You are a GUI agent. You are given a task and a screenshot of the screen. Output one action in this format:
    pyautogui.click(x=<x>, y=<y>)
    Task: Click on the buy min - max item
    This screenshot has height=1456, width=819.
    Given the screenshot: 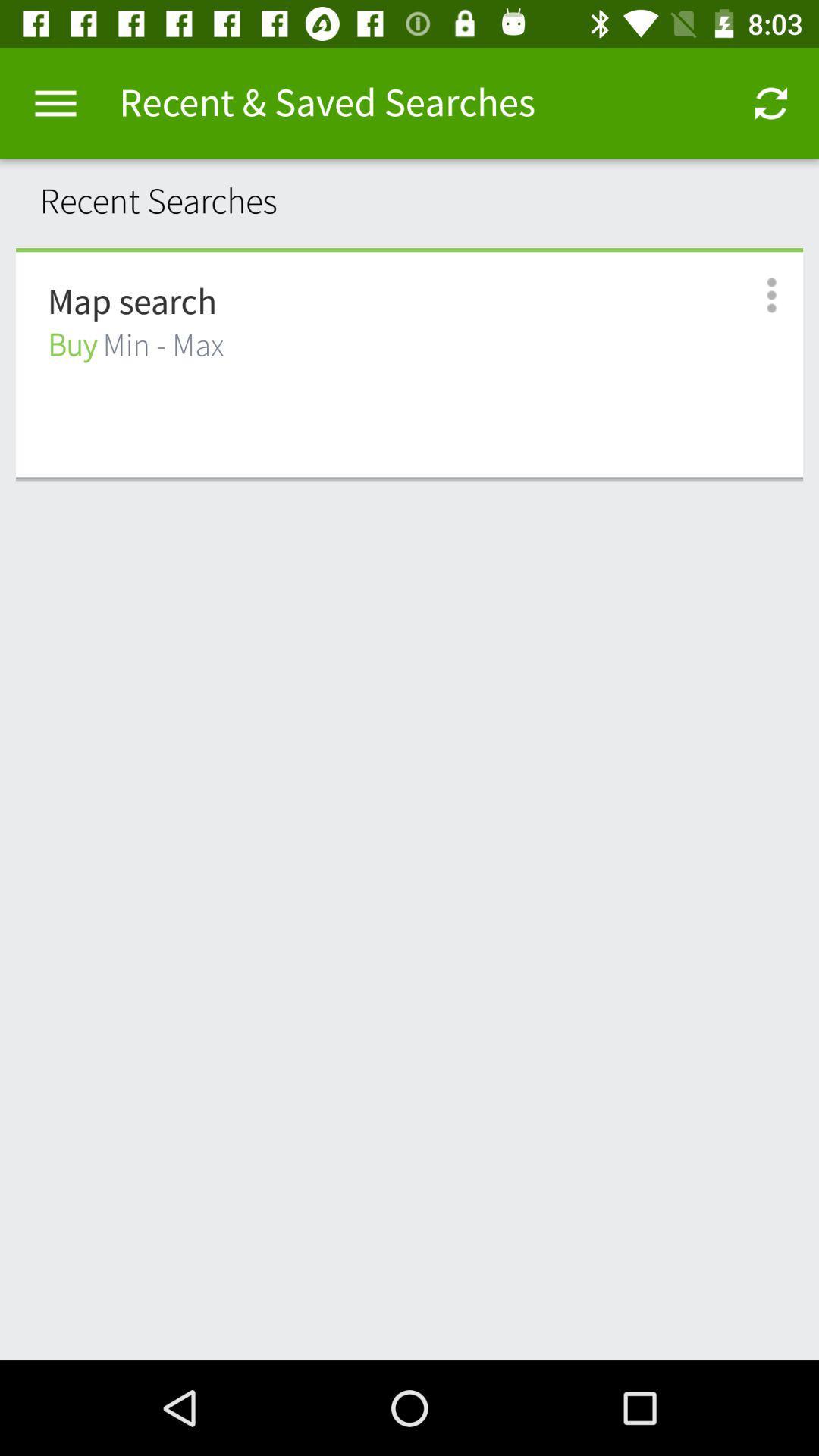 What is the action you would take?
    pyautogui.click(x=135, y=345)
    